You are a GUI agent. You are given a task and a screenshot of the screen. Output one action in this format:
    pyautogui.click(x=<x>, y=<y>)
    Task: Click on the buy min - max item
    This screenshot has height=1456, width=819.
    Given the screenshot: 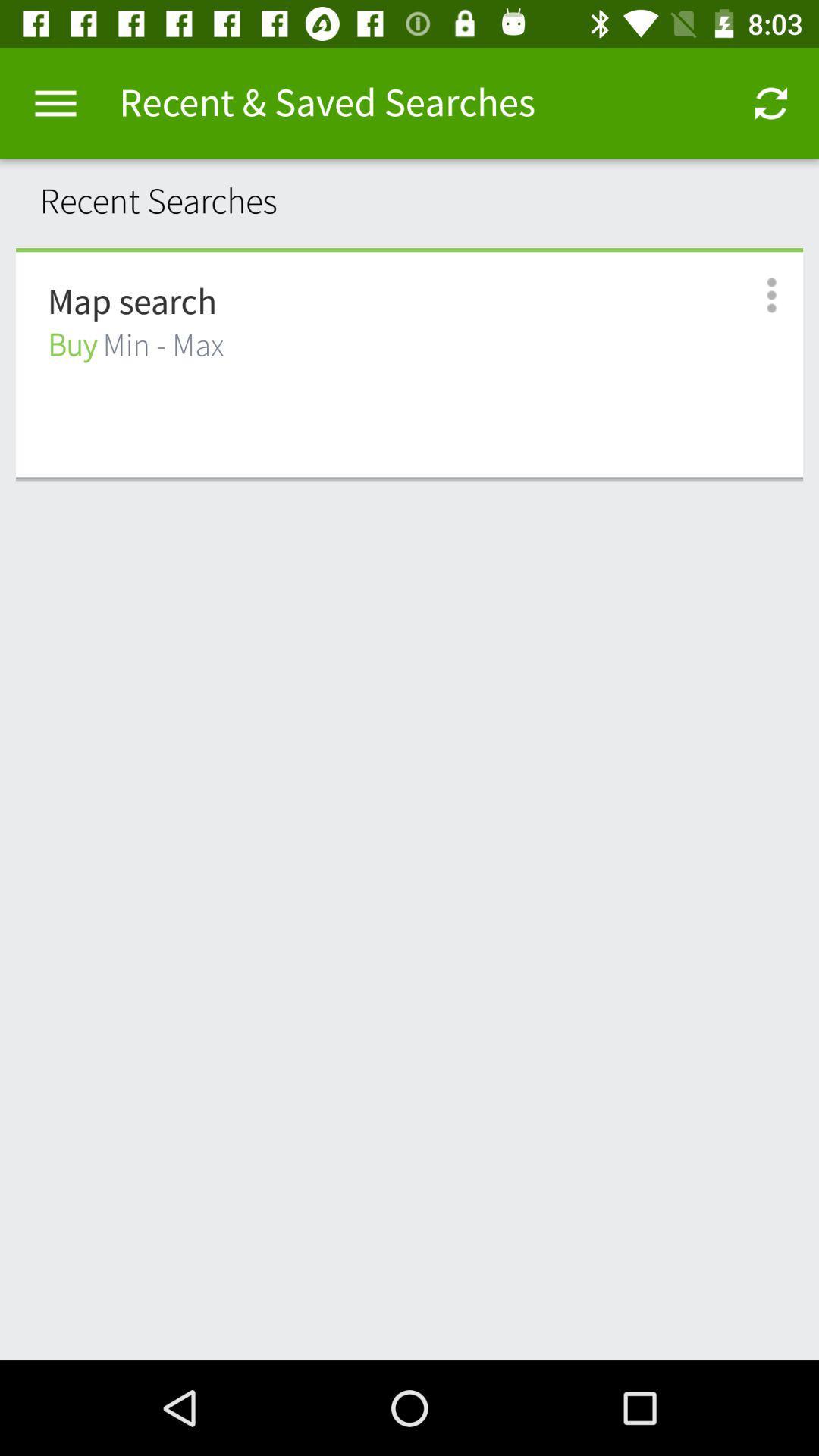 What is the action you would take?
    pyautogui.click(x=135, y=345)
    